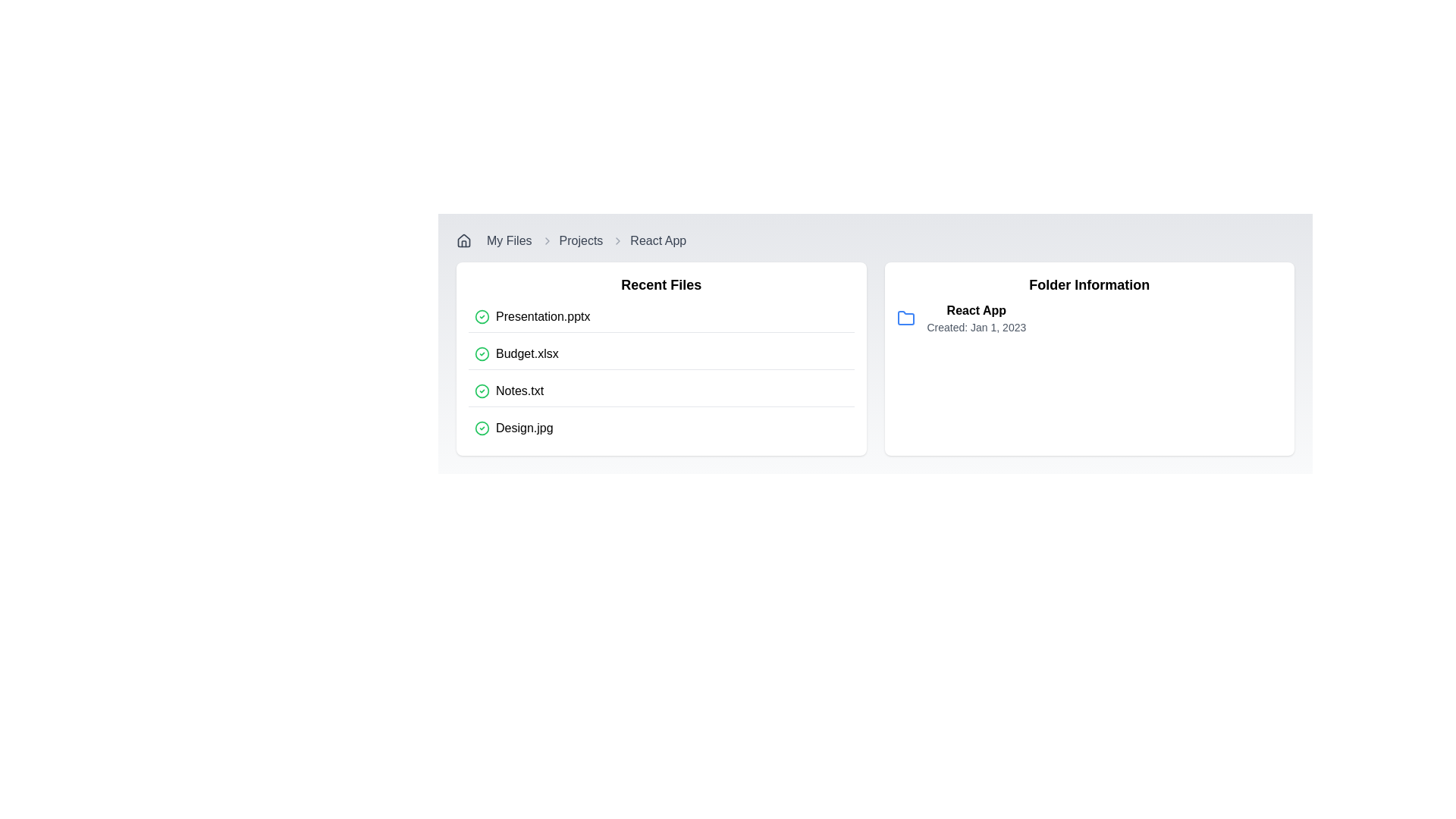  I want to click on metadata text located directly beneath the 'React App' text in the 'Folder Information' panel, so click(976, 327).